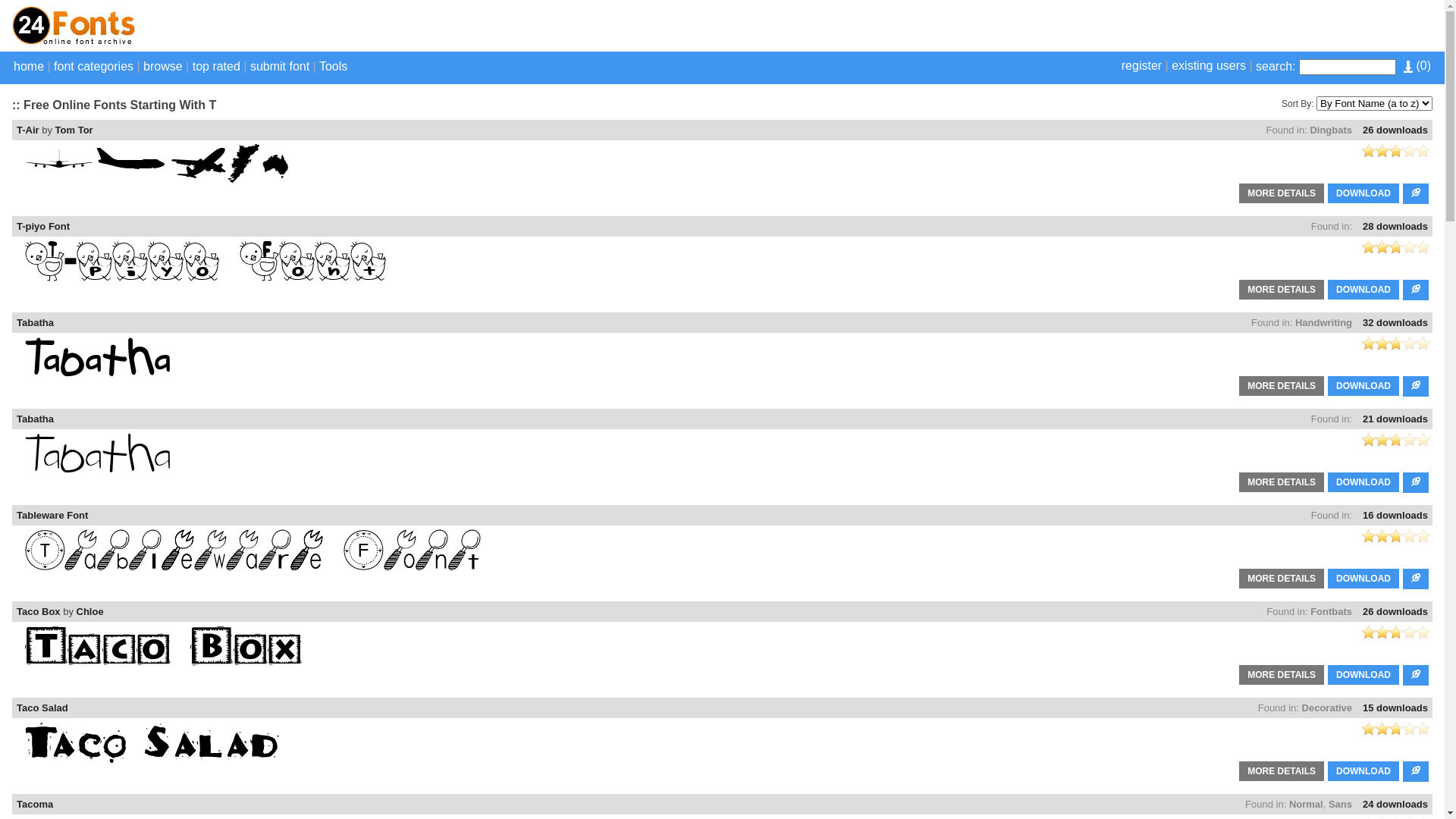 The image size is (1456, 819). I want to click on 'Normal', so click(1288, 803).